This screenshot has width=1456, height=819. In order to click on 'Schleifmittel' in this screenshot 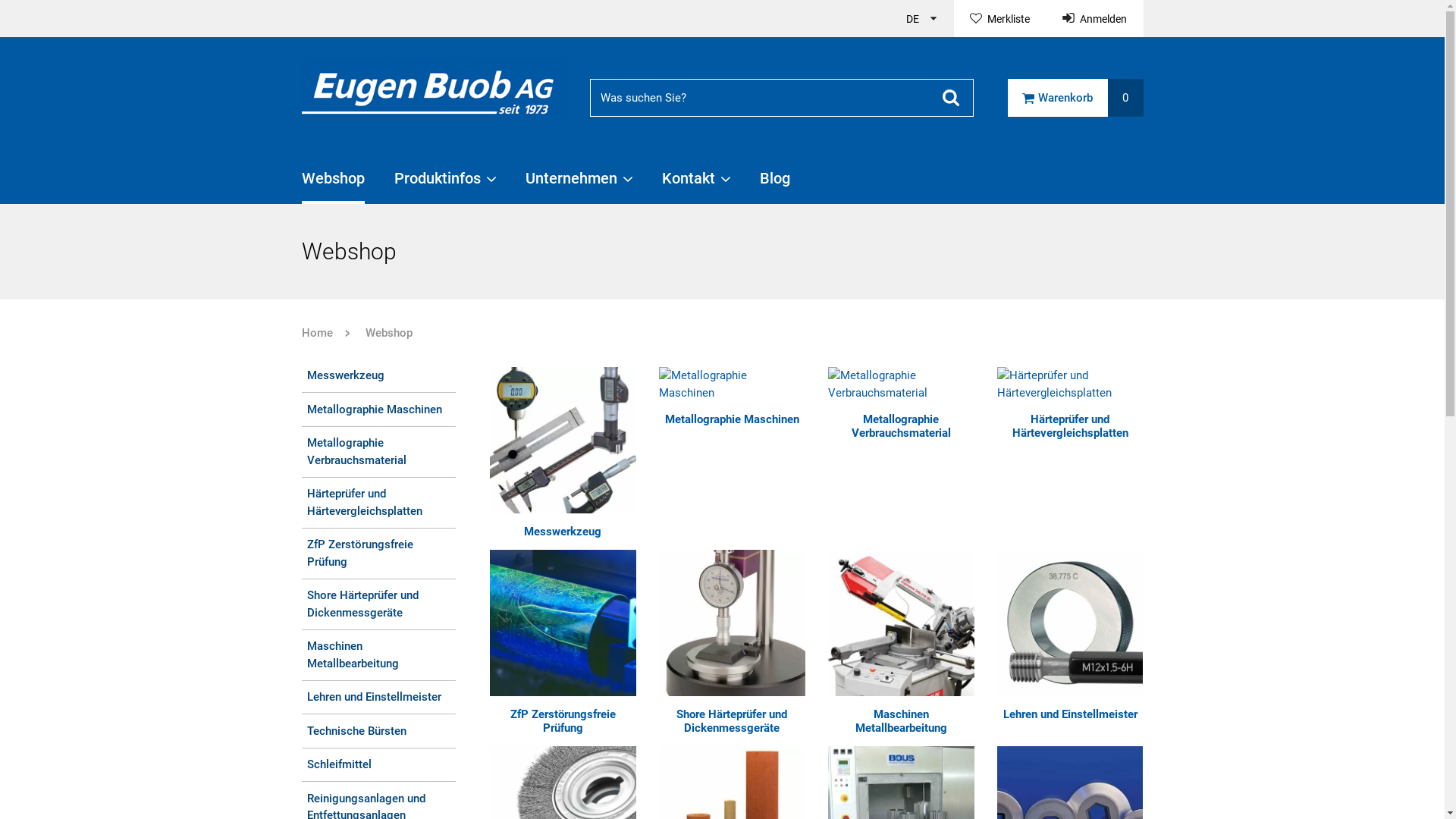, I will do `click(378, 765)`.